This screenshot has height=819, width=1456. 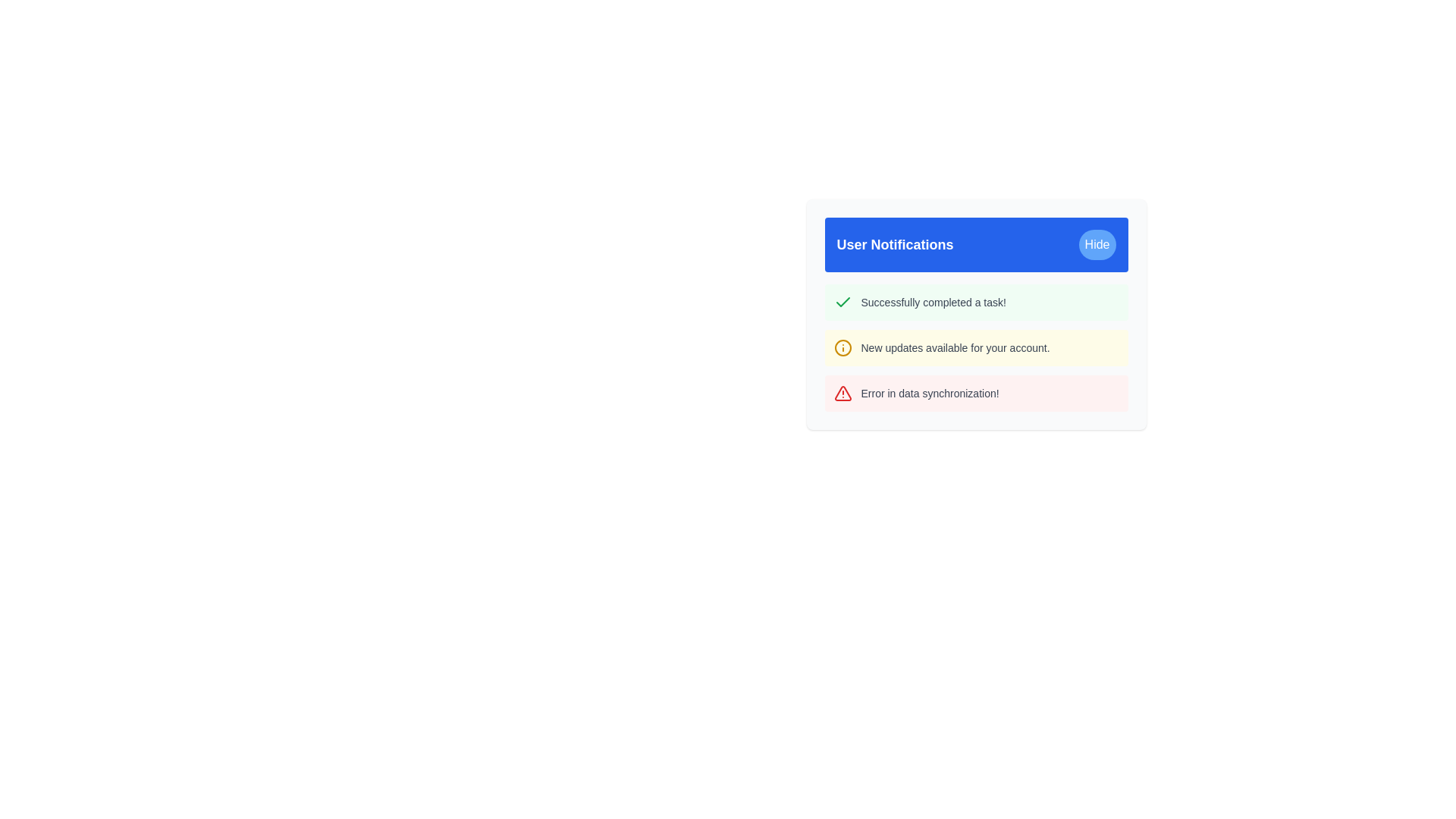 What do you see at coordinates (976, 393) in the screenshot?
I see `notification message displayed in the notification bubble with a light red background containing the text 'Error in data synchronization!'` at bounding box center [976, 393].